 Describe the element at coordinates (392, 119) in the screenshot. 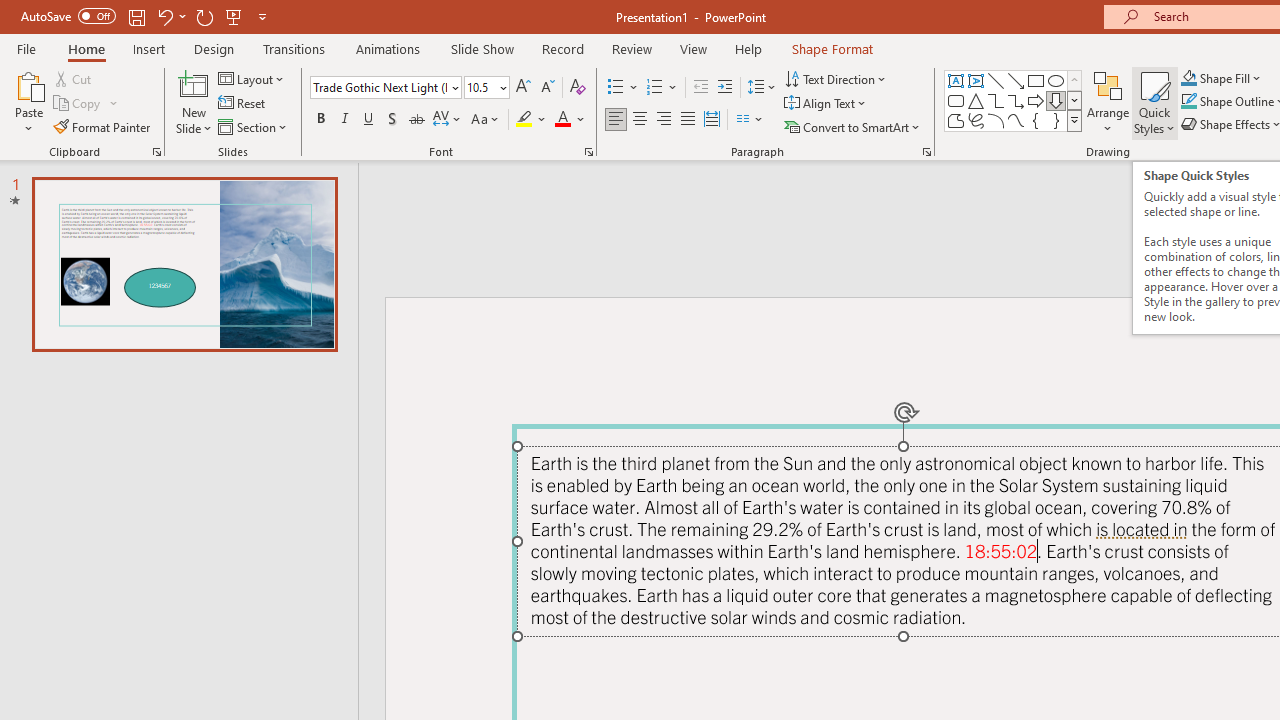

I see `'Shadow'` at that location.